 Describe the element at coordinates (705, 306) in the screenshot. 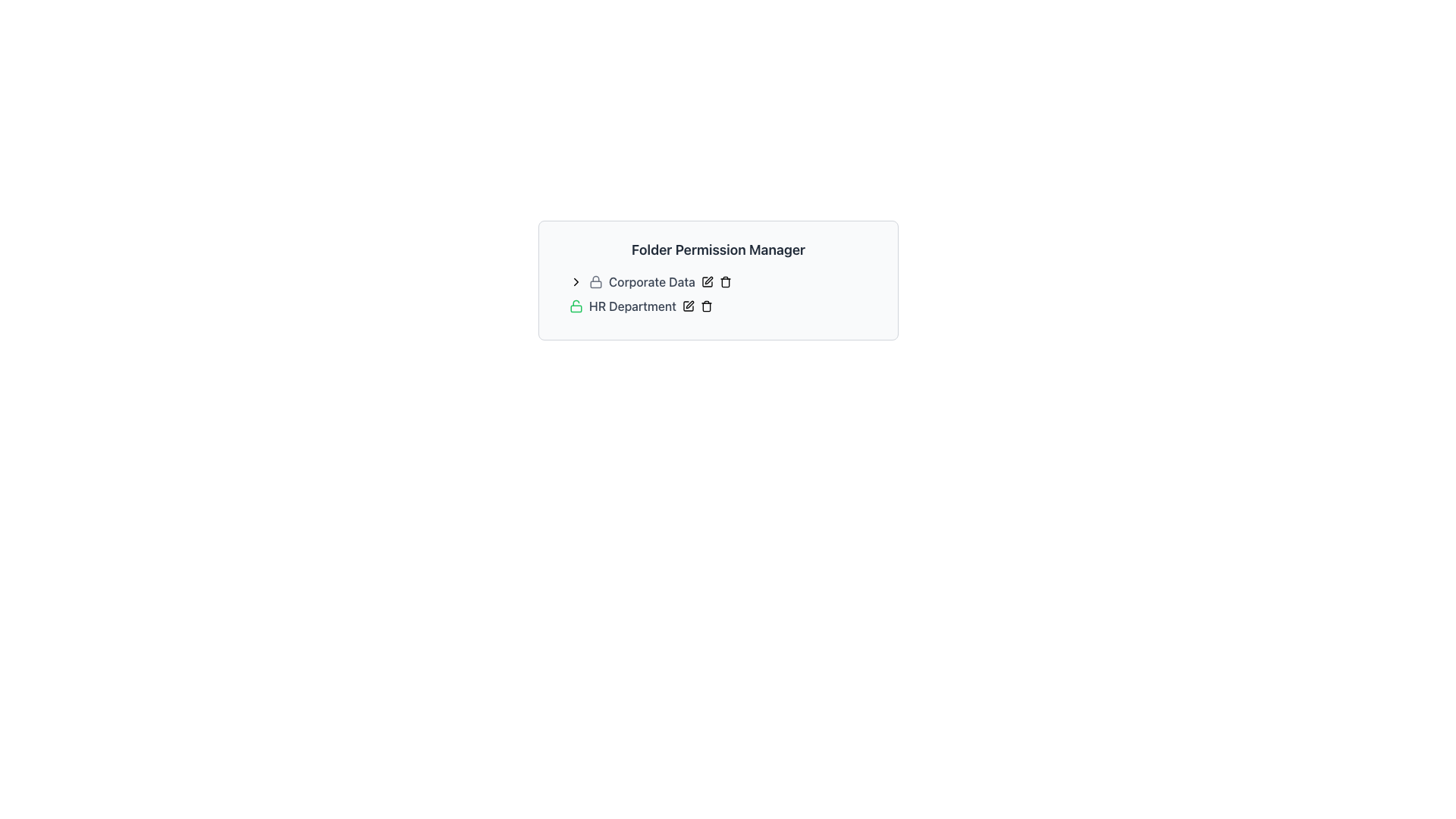

I see `the trash can icon for deleting actions located in the 'Folder Permission Manager' card, specifically the second icon from the right in the action icons group aligned to the right of the 'HR Department' row` at that location.